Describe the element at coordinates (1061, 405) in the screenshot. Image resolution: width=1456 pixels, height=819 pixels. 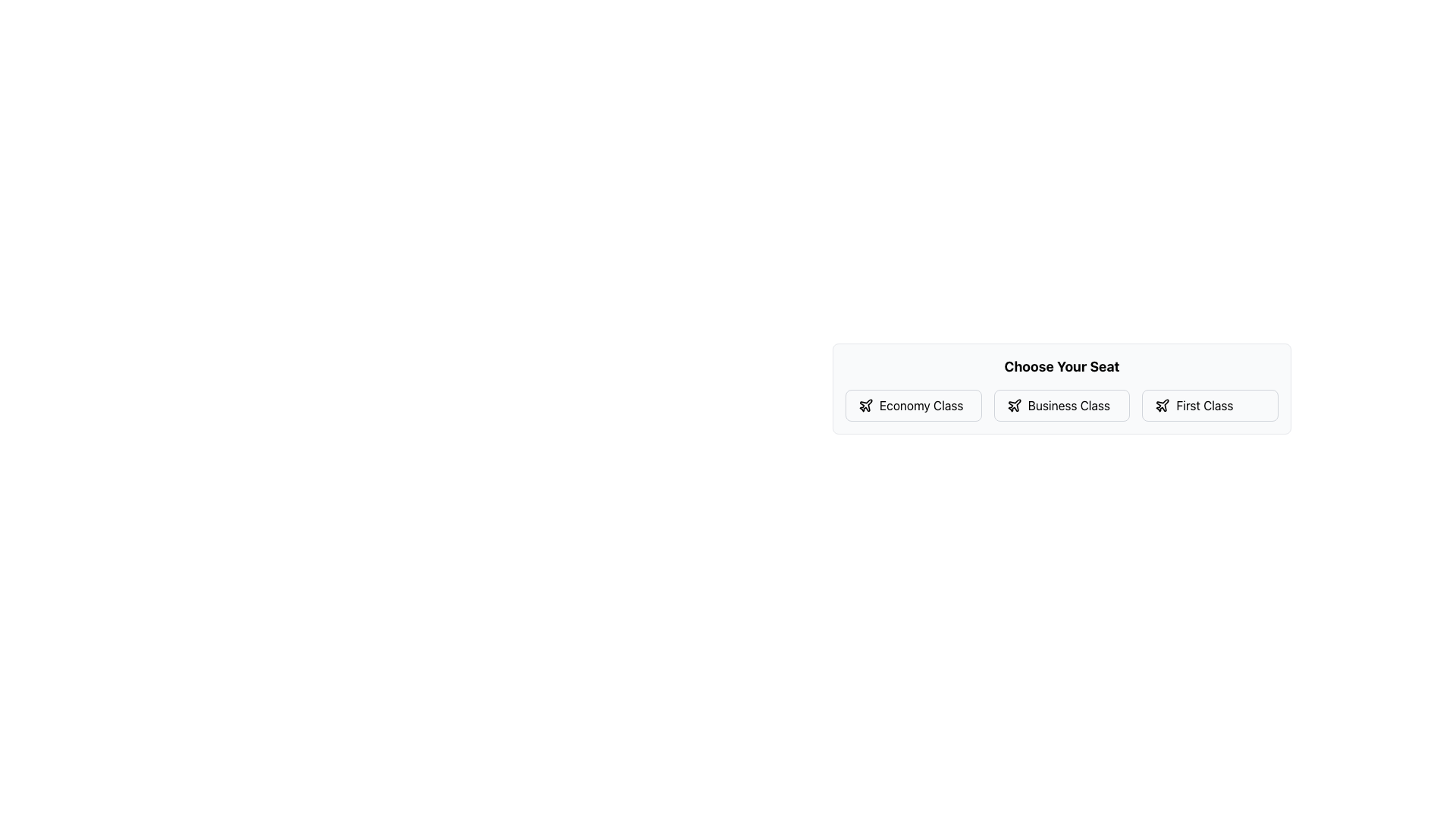
I see `the 'Economy Class', 'Business Class', or 'First Class' options in the Selection Group for more details` at that location.